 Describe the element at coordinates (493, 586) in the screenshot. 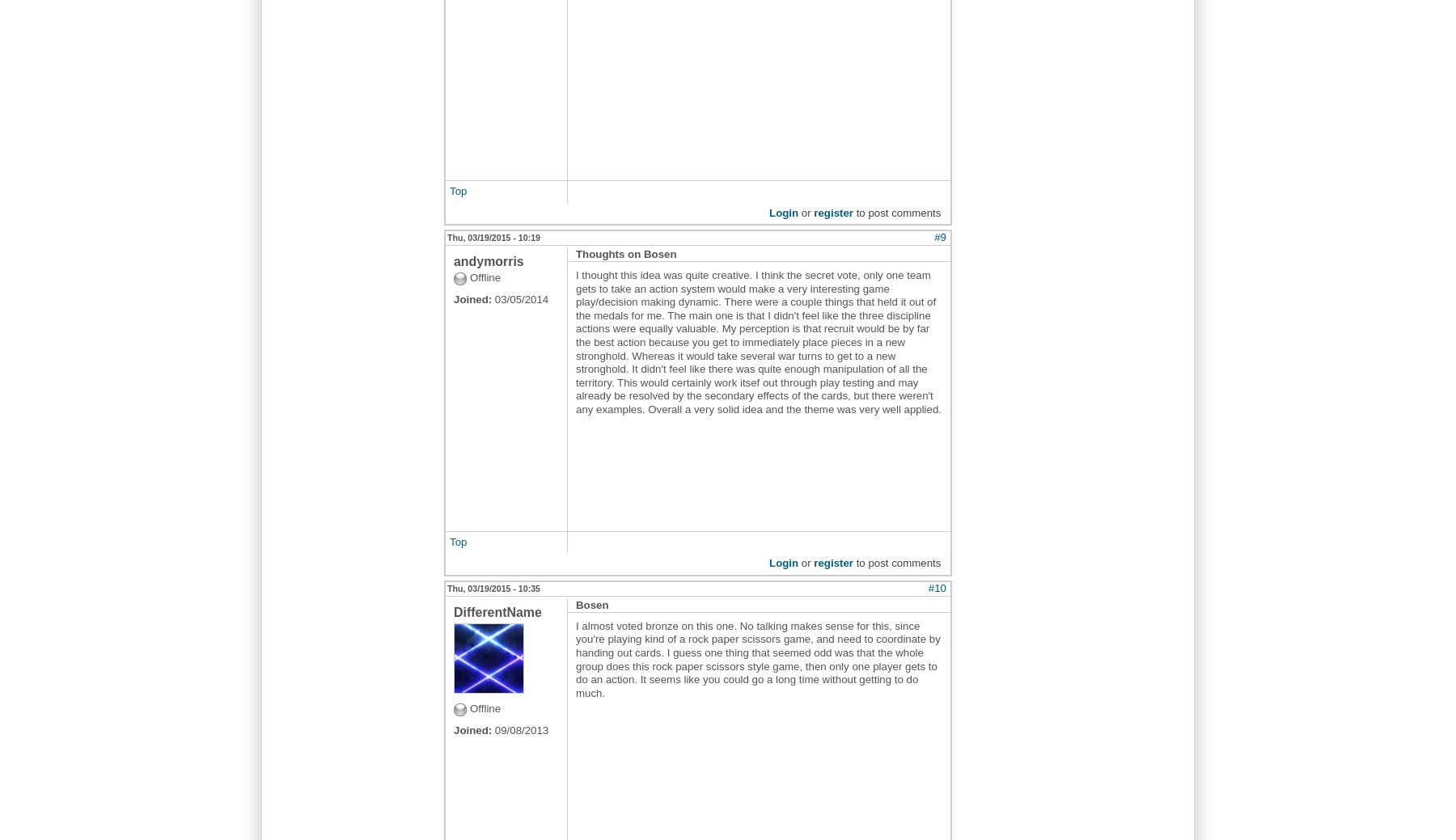

I see `'Thu, 03/19/2015 - 10:35'` at that location.